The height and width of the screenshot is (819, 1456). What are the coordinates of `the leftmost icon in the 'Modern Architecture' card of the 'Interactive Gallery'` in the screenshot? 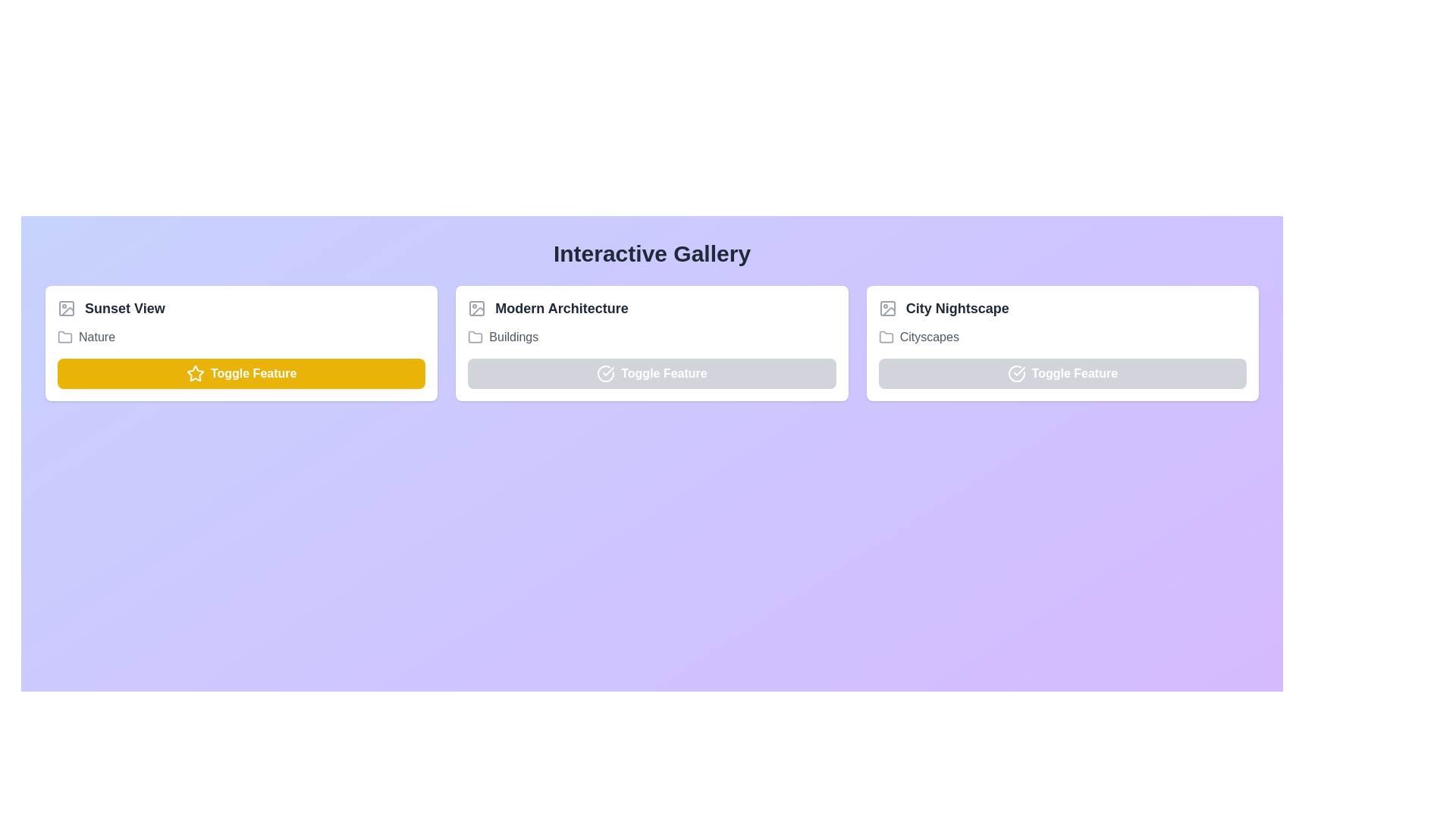 It's located at (605, 374).